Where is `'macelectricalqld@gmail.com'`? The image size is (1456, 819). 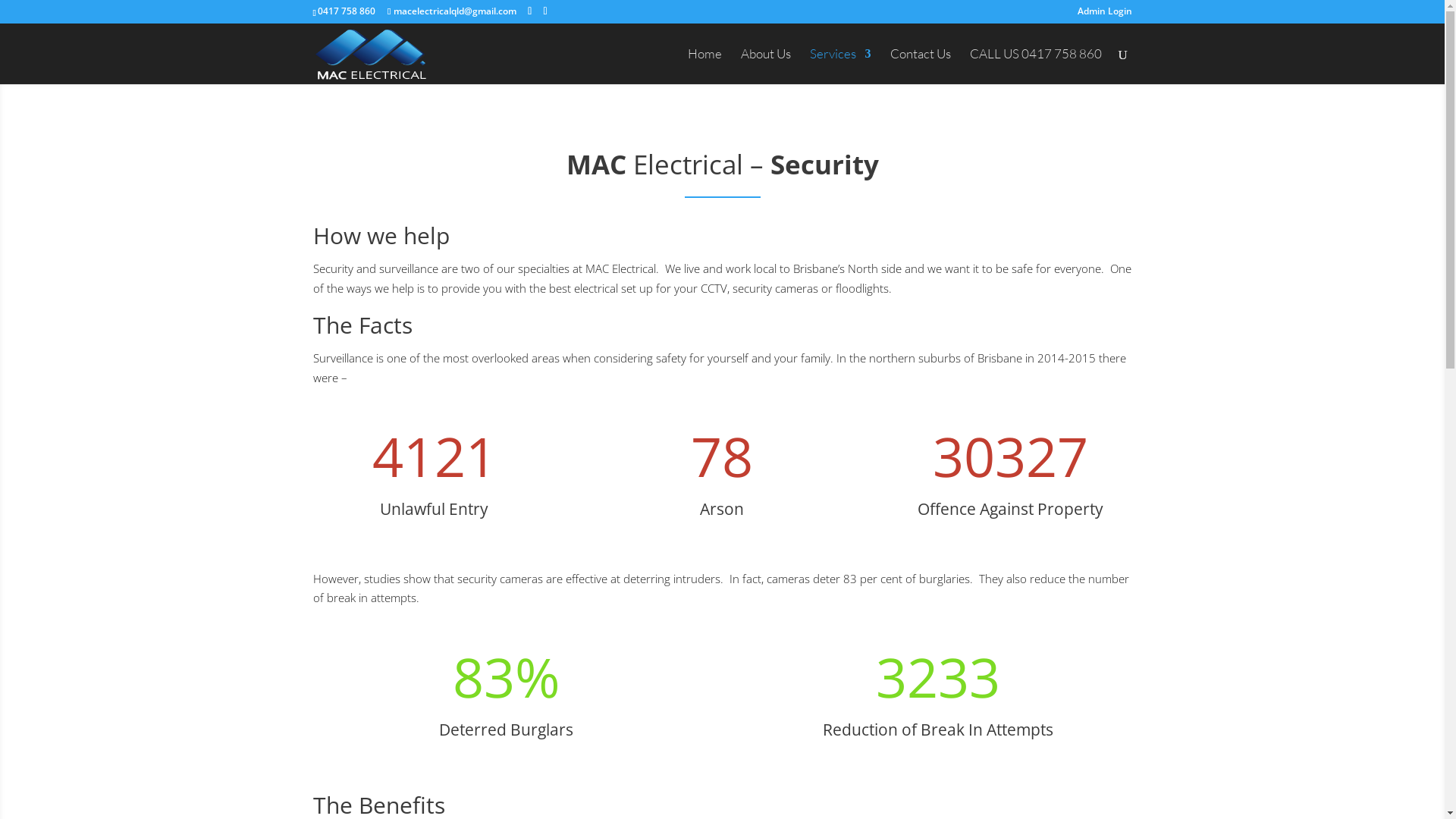
'macelectricalqld@gmail.com' is located at coordinates (450, 11).